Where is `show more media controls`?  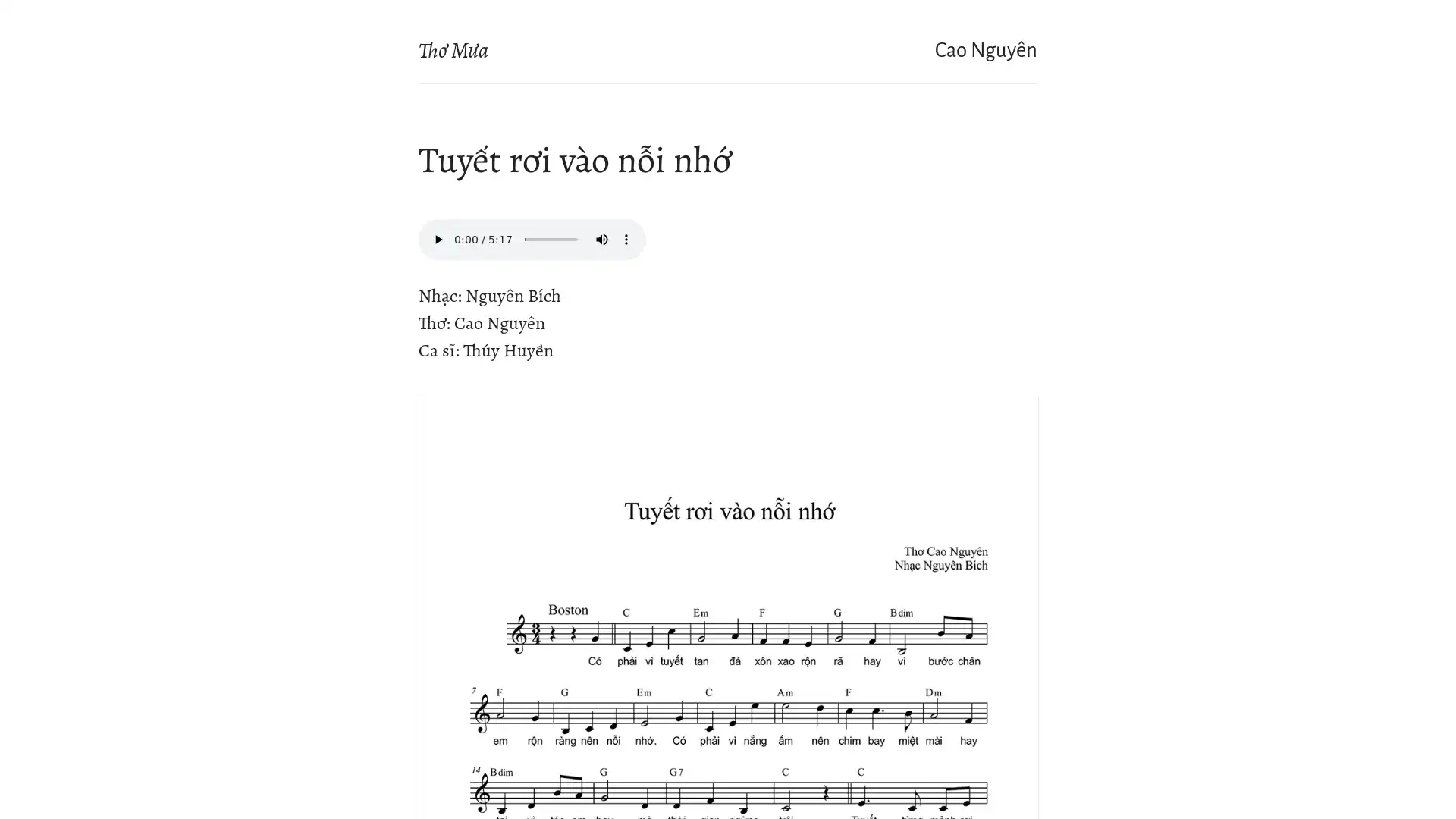
show more media controls is located at coordinates (626, 239).